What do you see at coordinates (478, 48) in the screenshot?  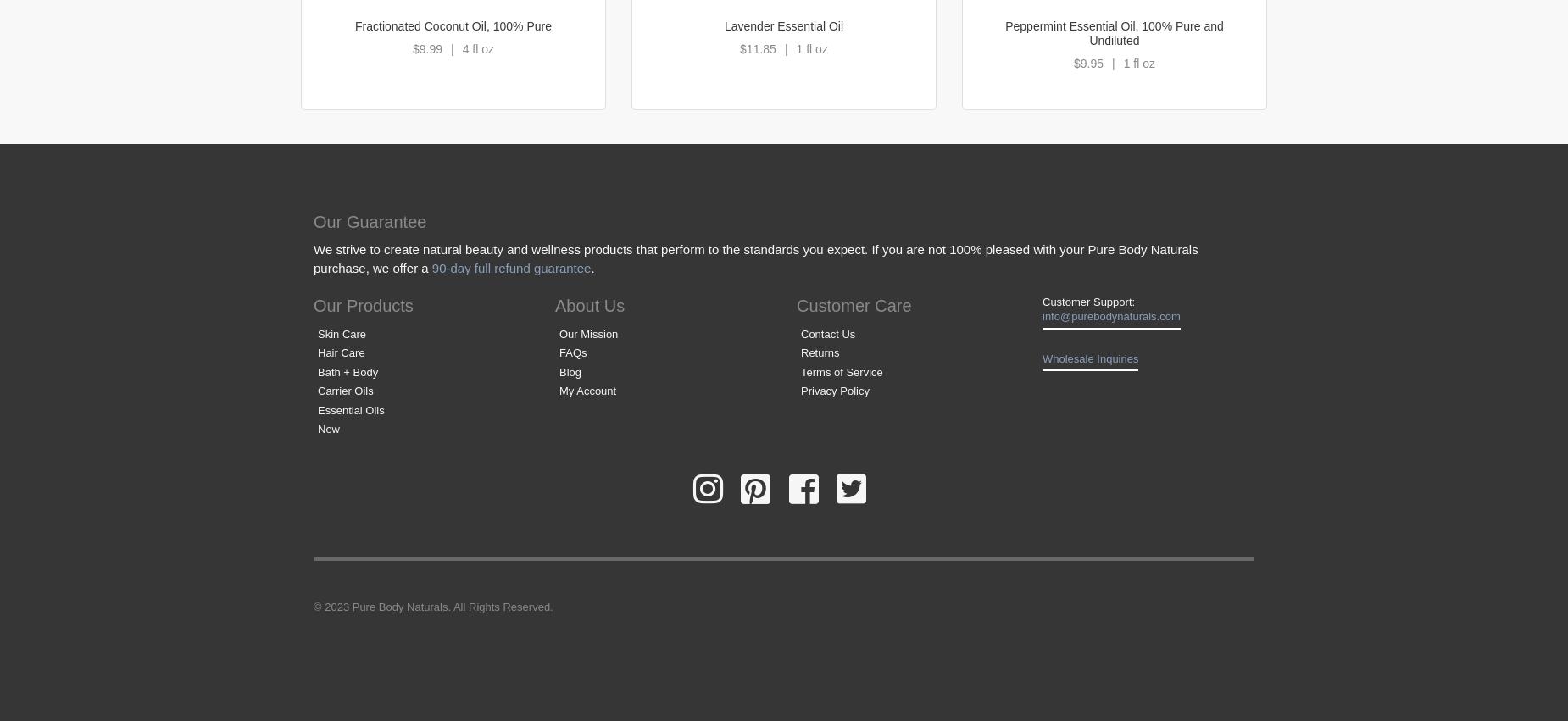 I see `'4 fl oz'` at bounding box center [478, 48].